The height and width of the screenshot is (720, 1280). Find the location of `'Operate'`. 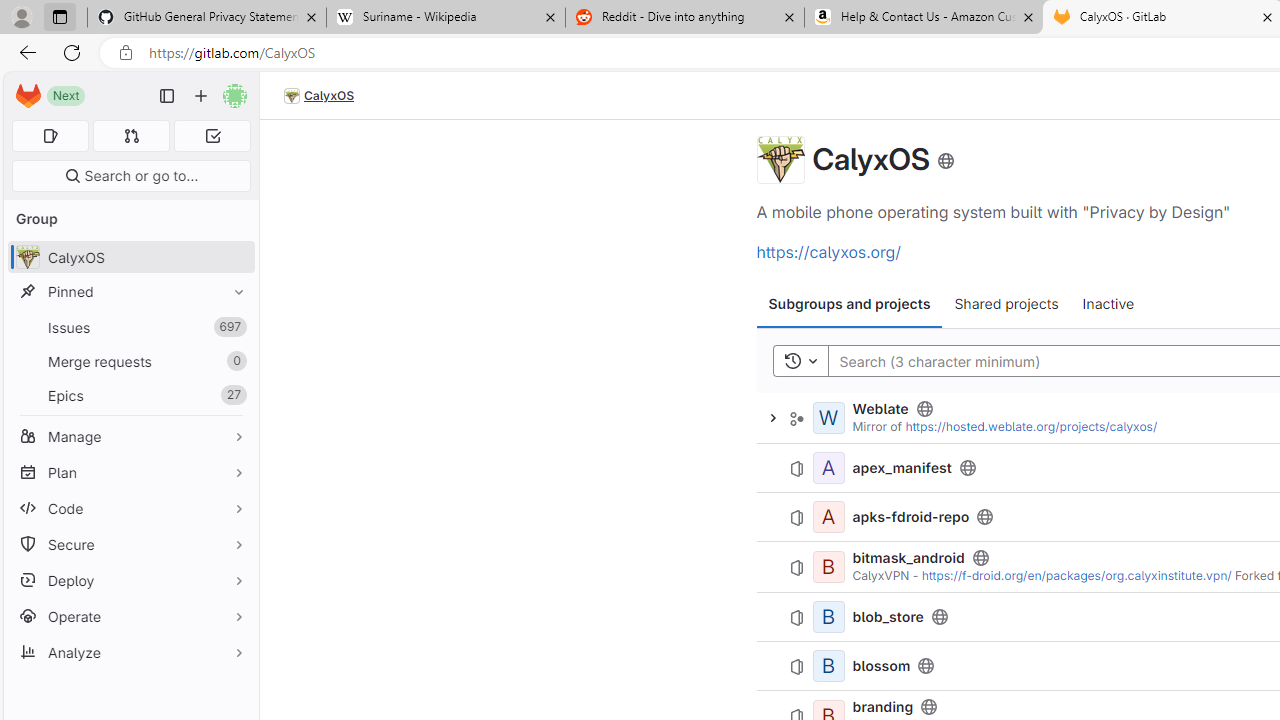

'Operate' is located at coordinates (130, 615).